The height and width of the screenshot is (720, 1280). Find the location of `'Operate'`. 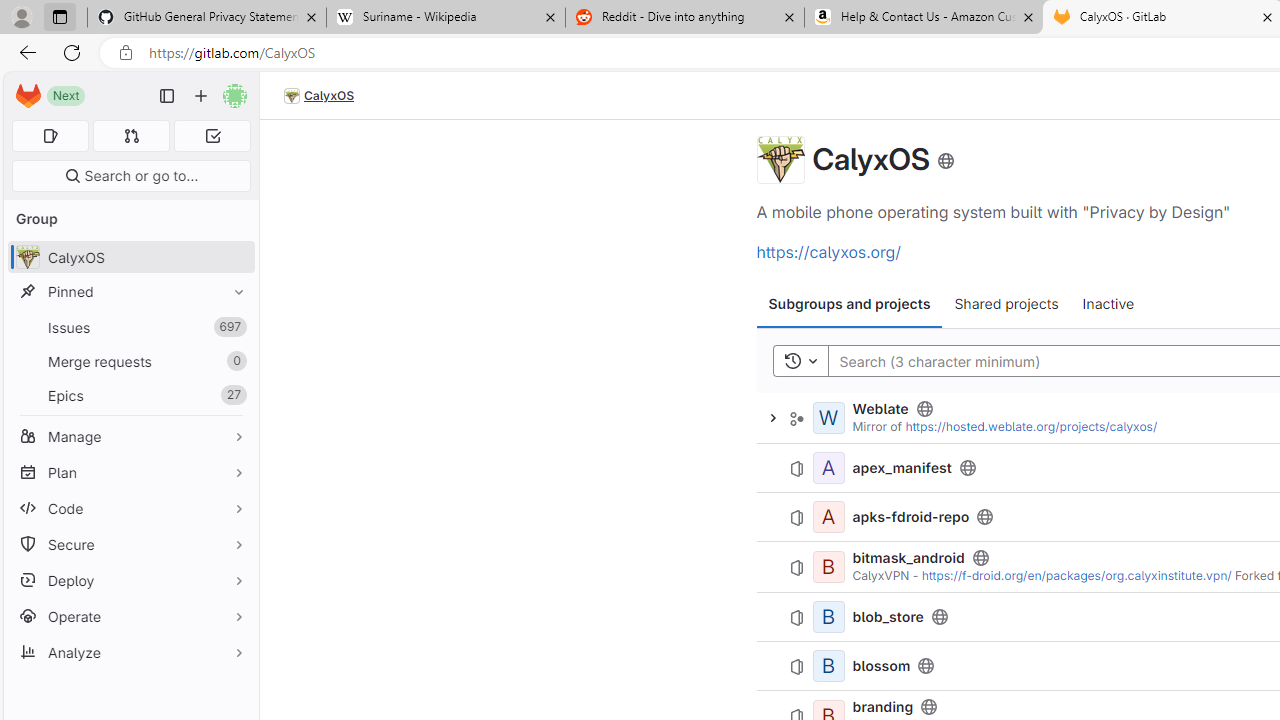

'Operate' is located at coordinates (130, 615).